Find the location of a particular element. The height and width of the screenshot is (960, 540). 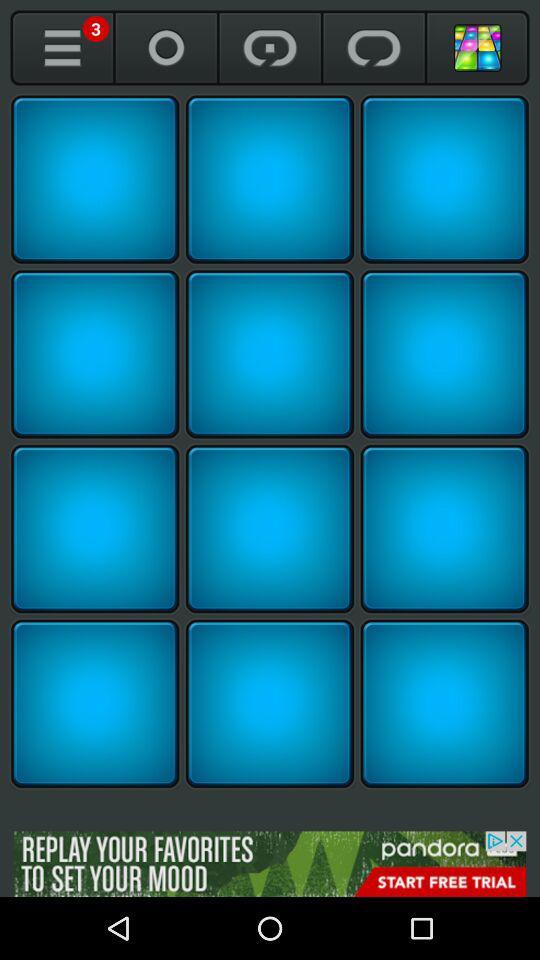

color tile is located at coordinates (94, 354).